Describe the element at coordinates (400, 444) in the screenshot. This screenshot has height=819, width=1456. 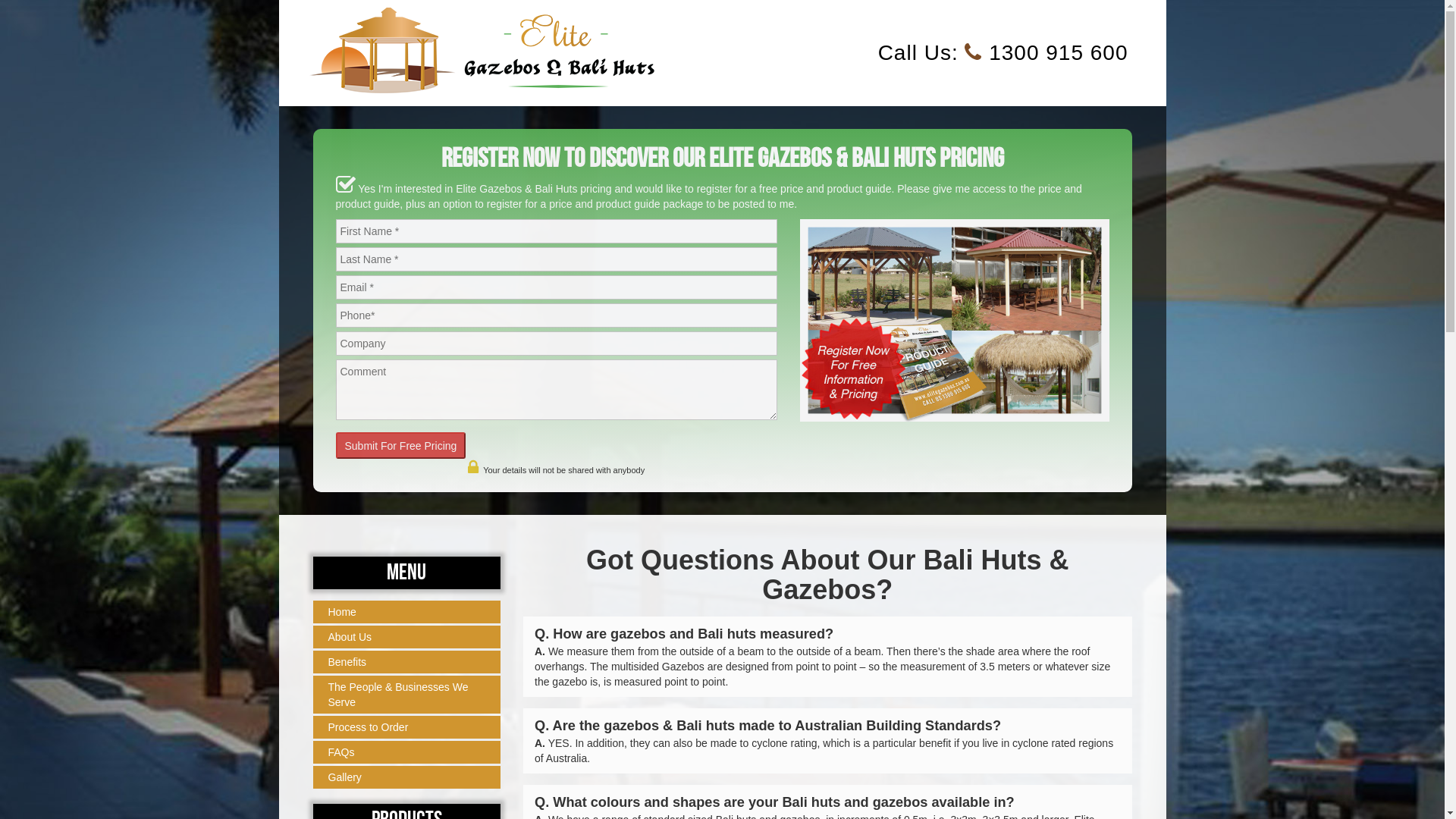
I see `'Submit For Free Pricing'` at that location.